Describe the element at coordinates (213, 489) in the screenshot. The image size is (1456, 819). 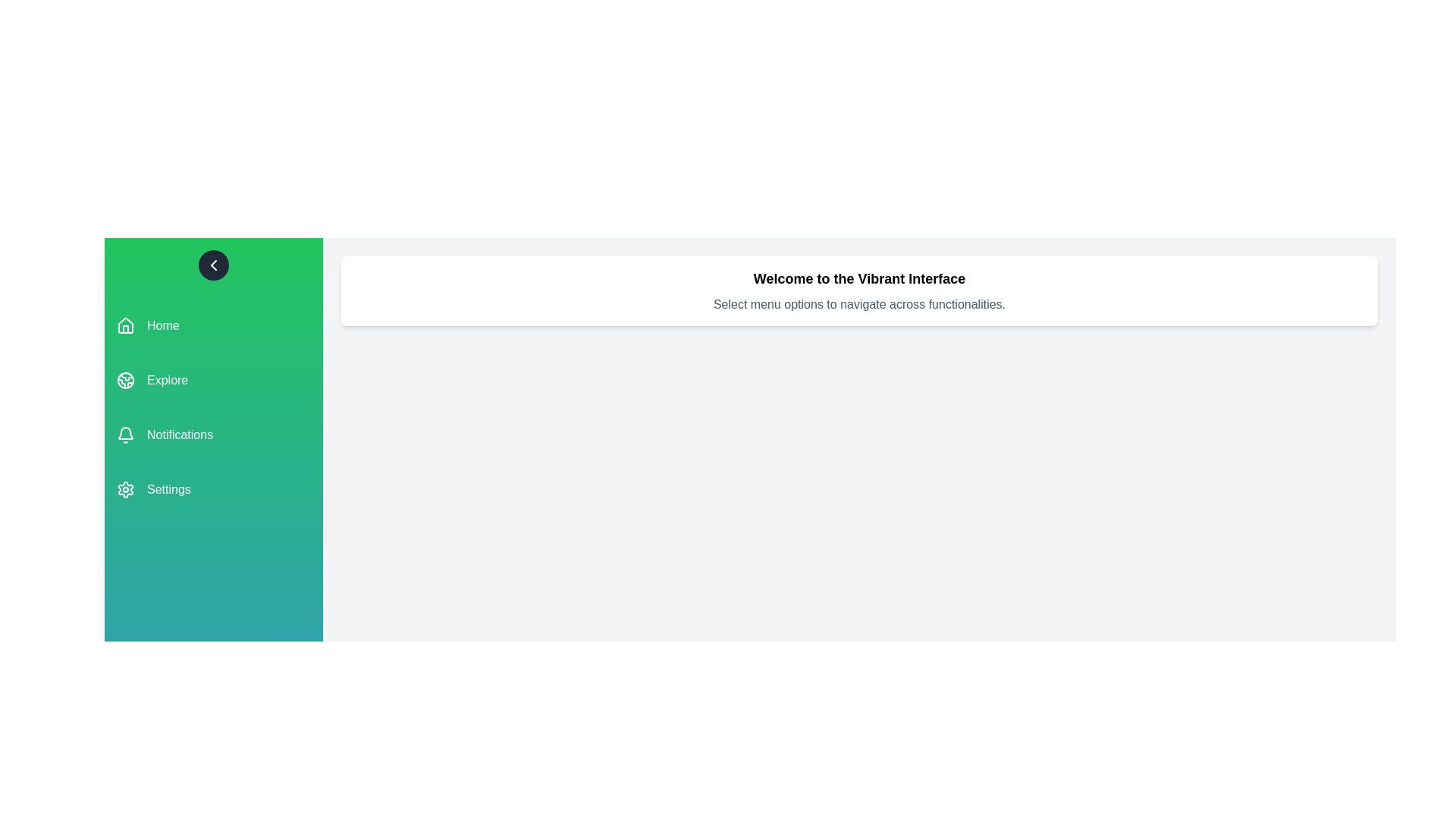
I see `the menu item Settings to navigate` at that location.